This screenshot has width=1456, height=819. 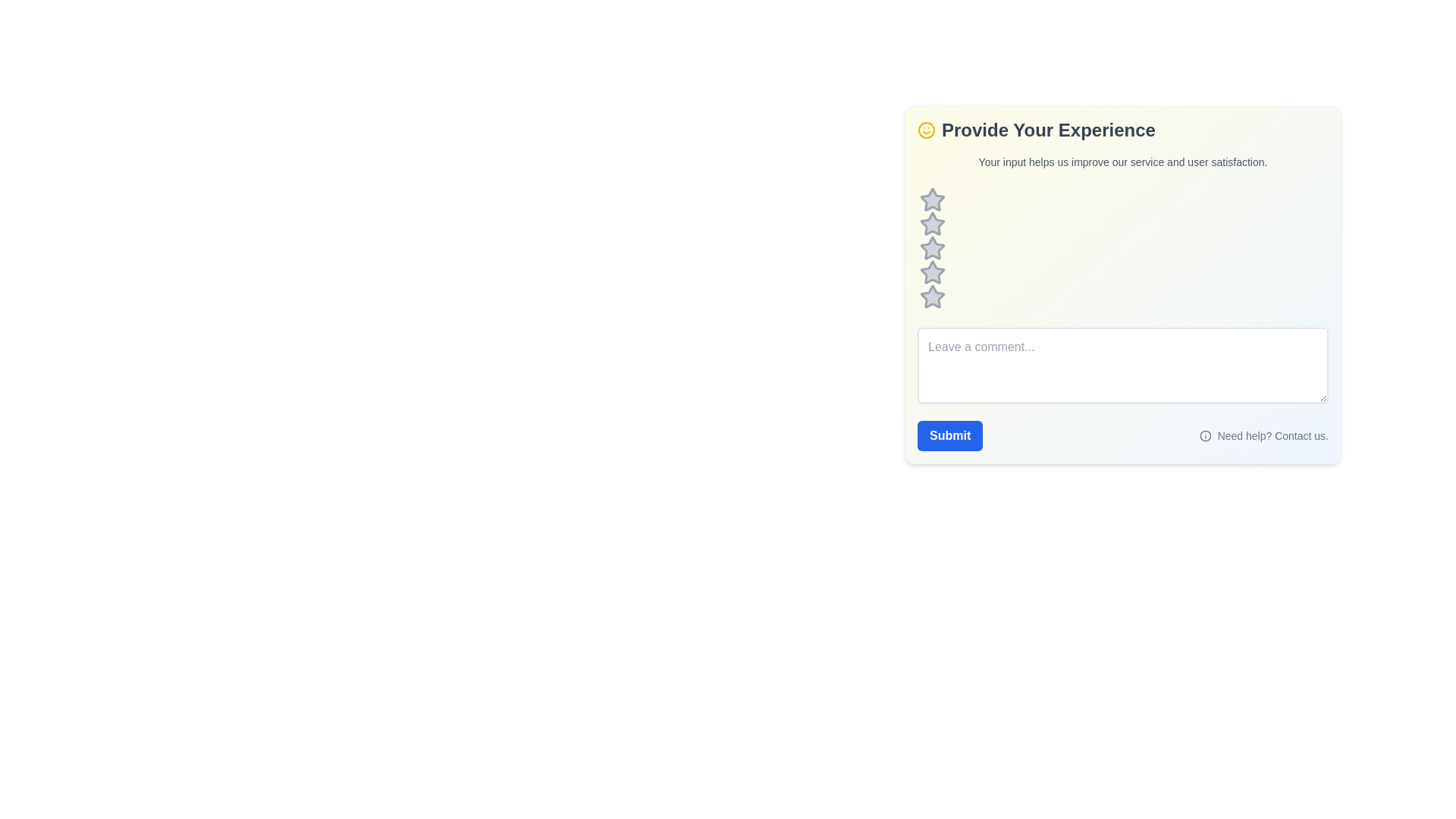 What do you see at coordinates (1123, 162) in the screenshot?
I see `the static text label displaying 'Your input helps us improve our service and user satisfaction.' which is located beneath the heading 'Provide Your Experience'` at bounding box center [1123, 162].